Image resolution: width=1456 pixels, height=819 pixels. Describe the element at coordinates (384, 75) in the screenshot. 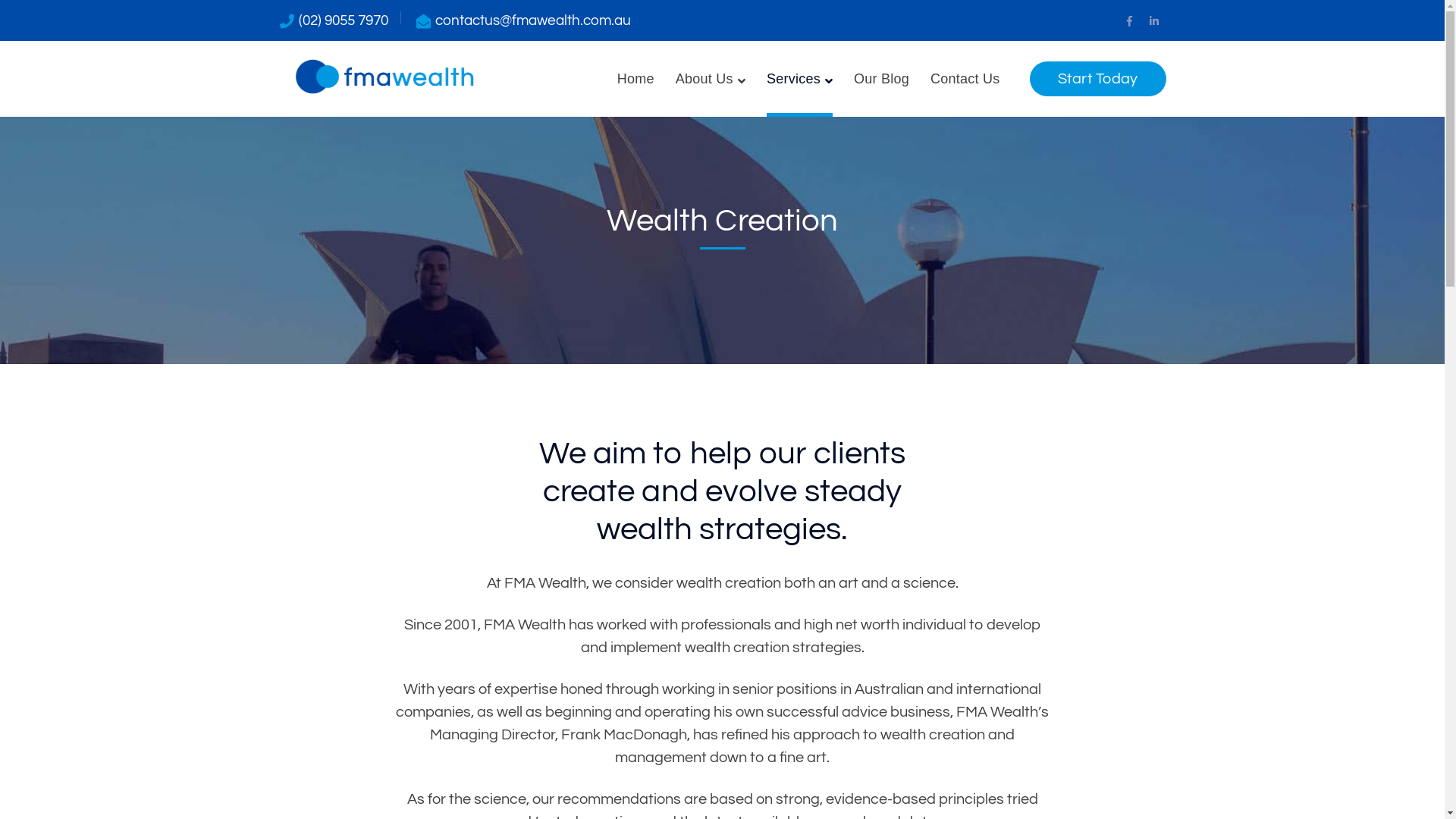

I see `'FMA Wealth'` at that location.